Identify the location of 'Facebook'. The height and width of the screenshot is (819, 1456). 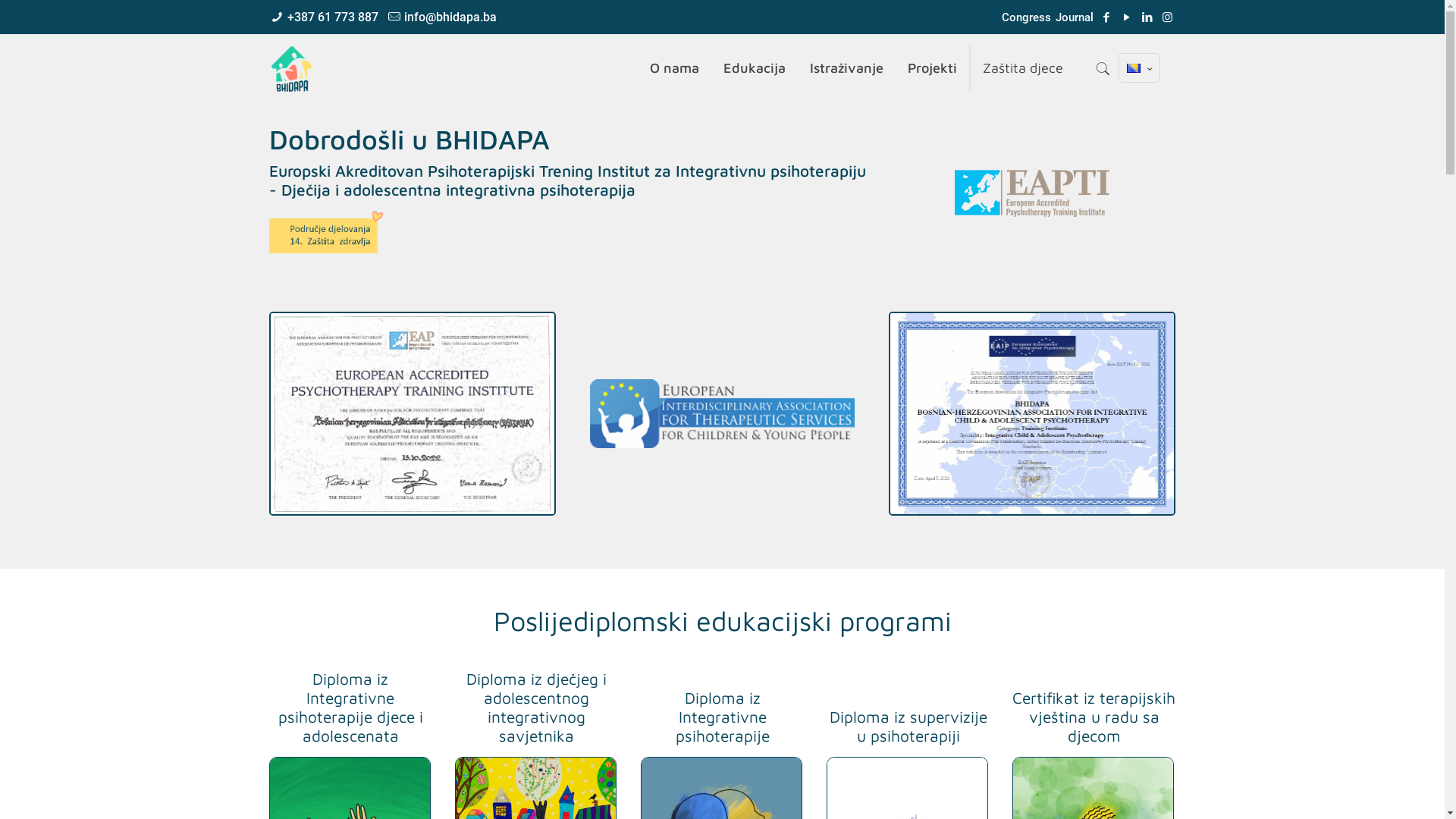
(1098, 17).